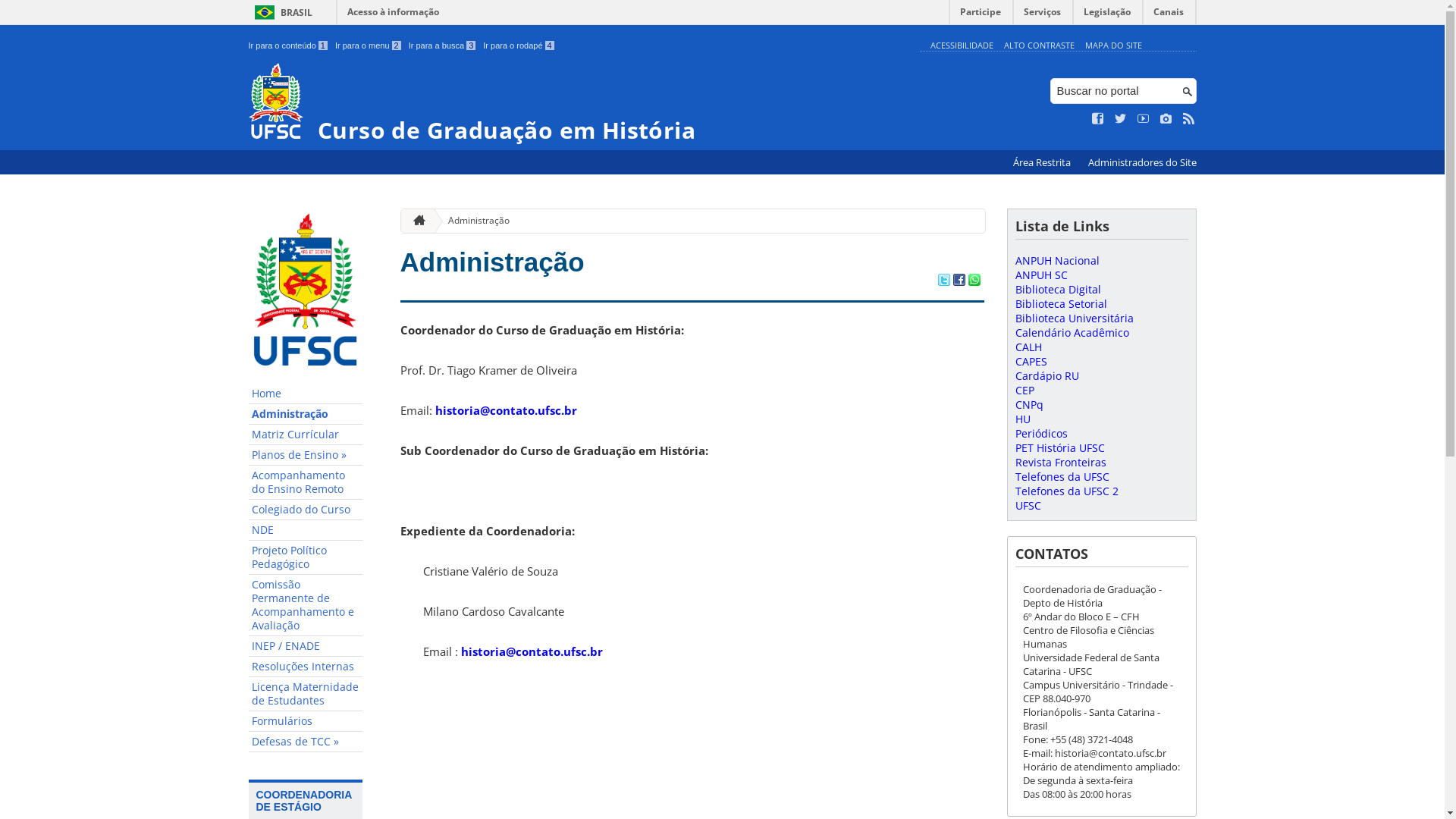 This screenshot has height=819, width=1456. I want to click on 'Compartilhar no WhatsApp', so click(973, 281).